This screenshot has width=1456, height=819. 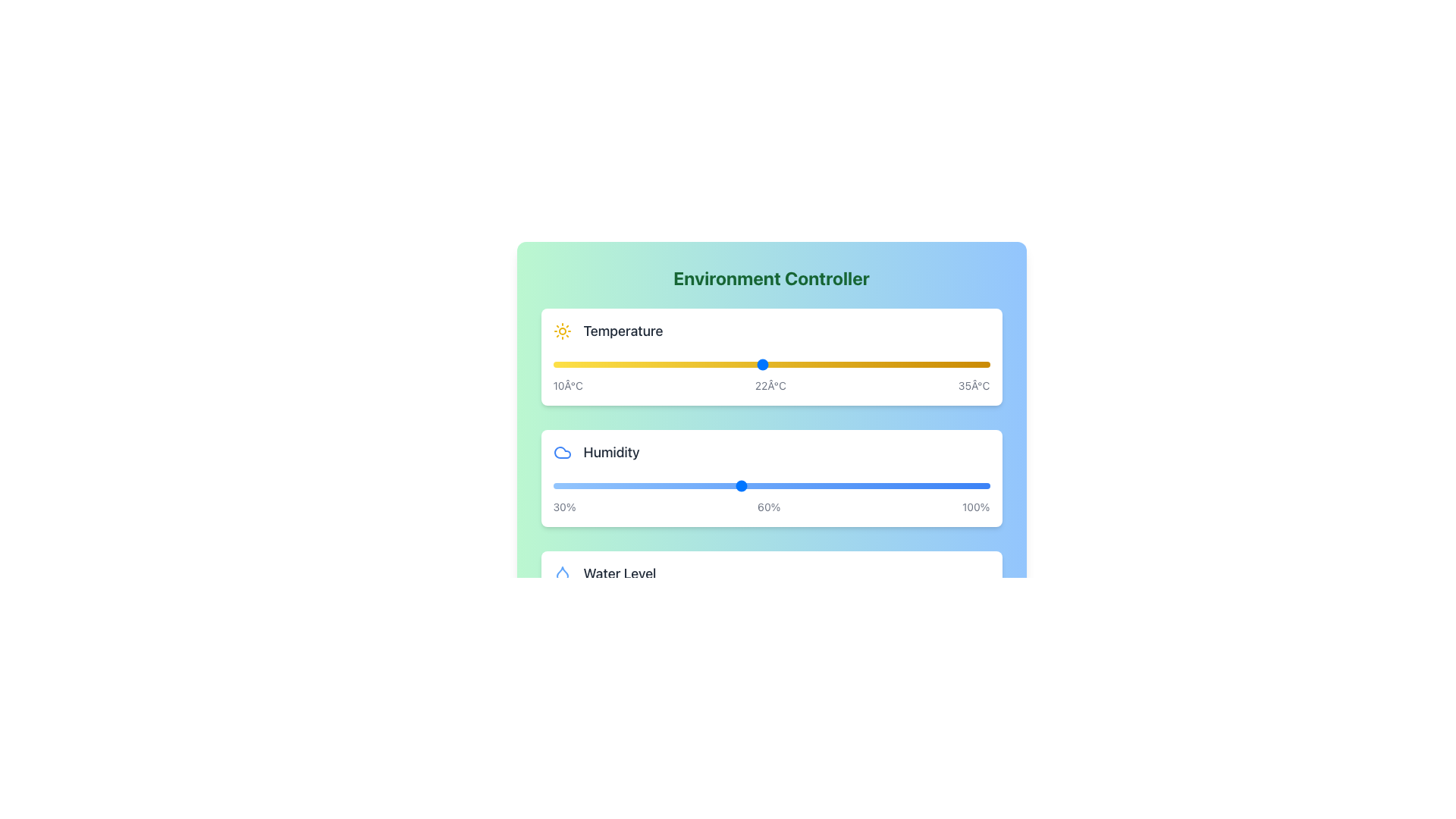 What do you see at coordinates (771, 507) in the screenshot?
I see `the Text label that indicates percentage values (30%, 60%, 100%) below the slider bar in the 'Humidity' panel` at bounding box center [771, 507].